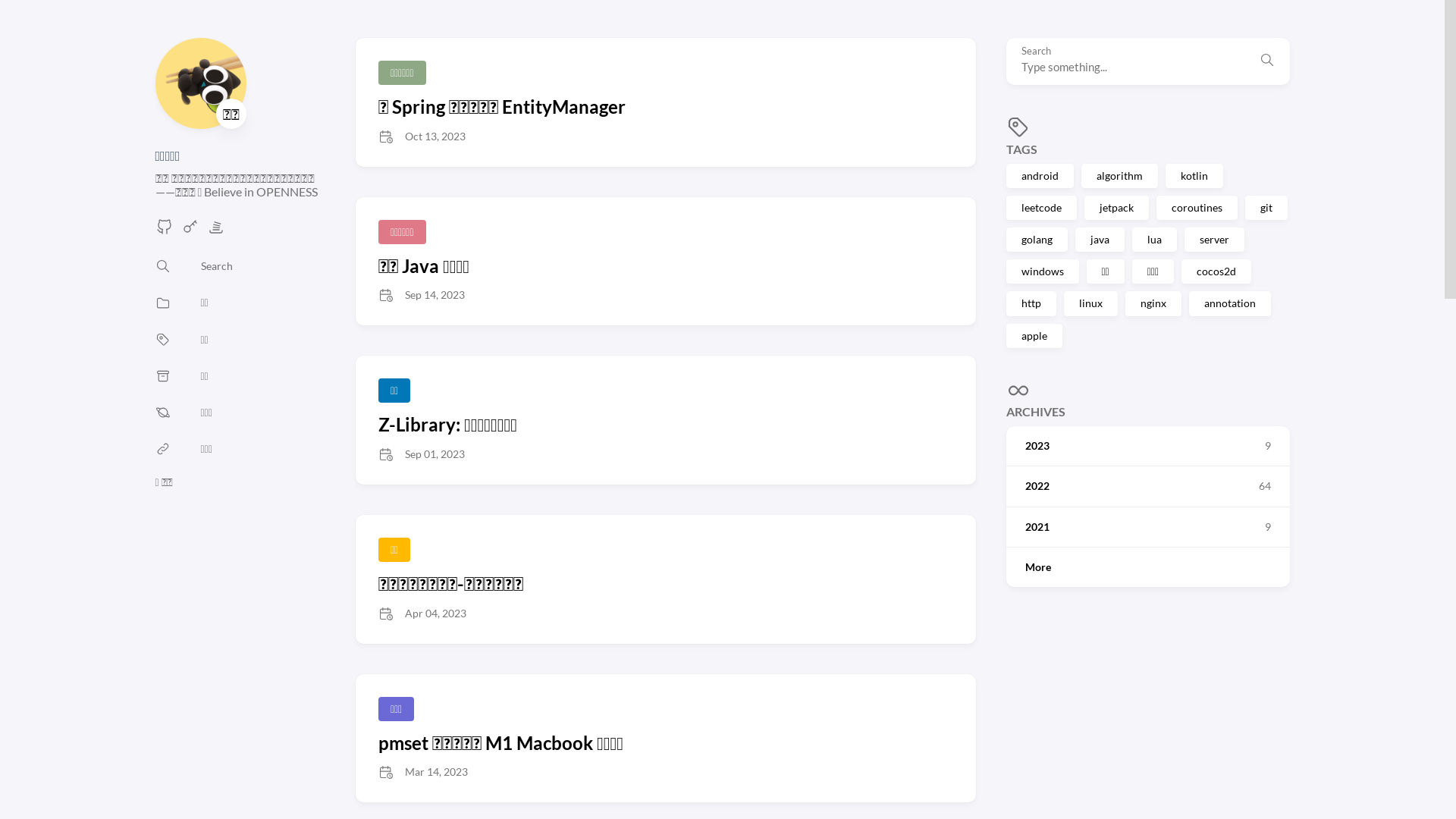 Image resolution: width=1456 pixels, height=819 pixels. I want to click on 'kotlin', so click(1193, 174).